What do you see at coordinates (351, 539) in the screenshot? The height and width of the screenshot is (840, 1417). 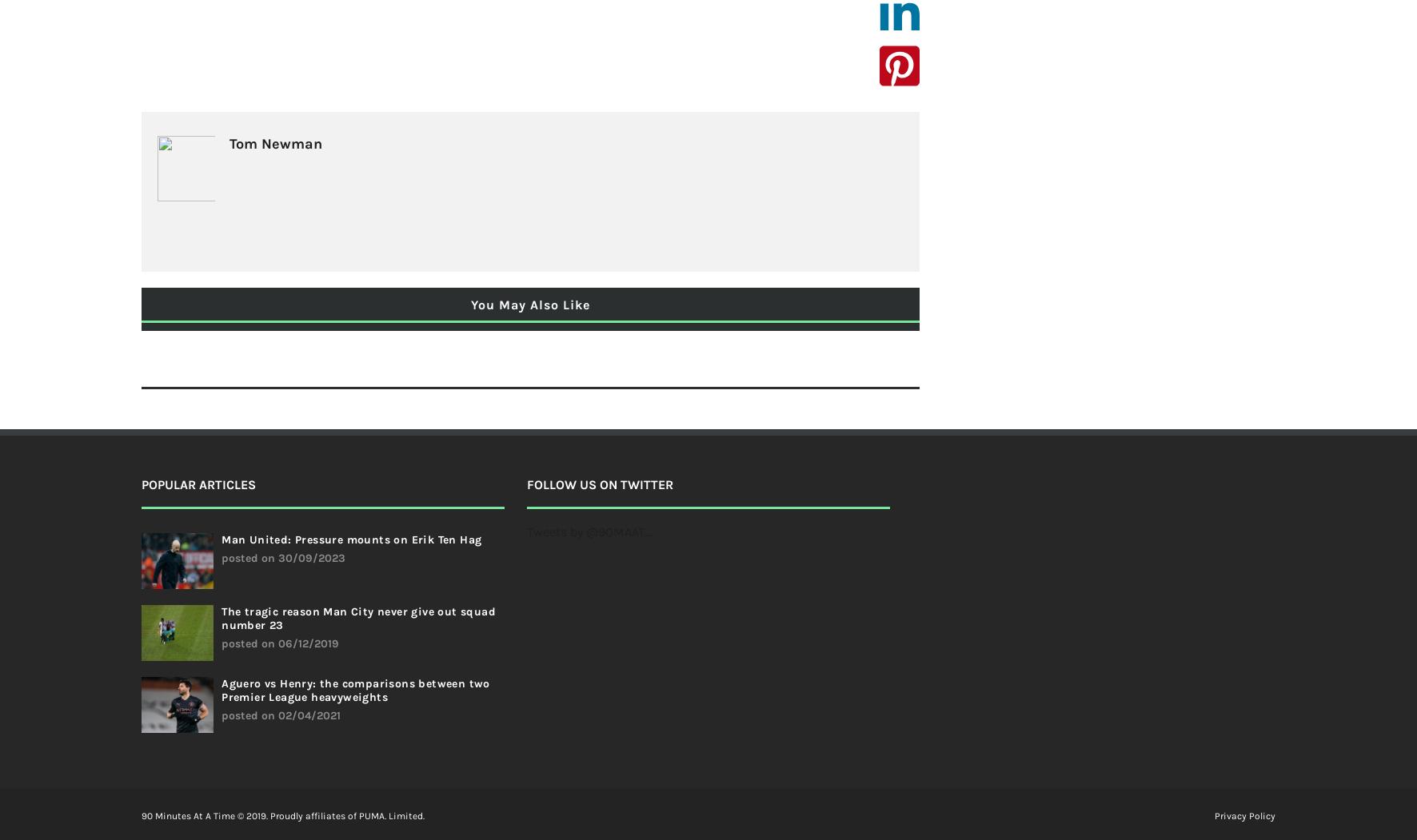 I see `'Man United: Pressure mounts on Erik Ten Hag'` at bounding box center [351, 539].